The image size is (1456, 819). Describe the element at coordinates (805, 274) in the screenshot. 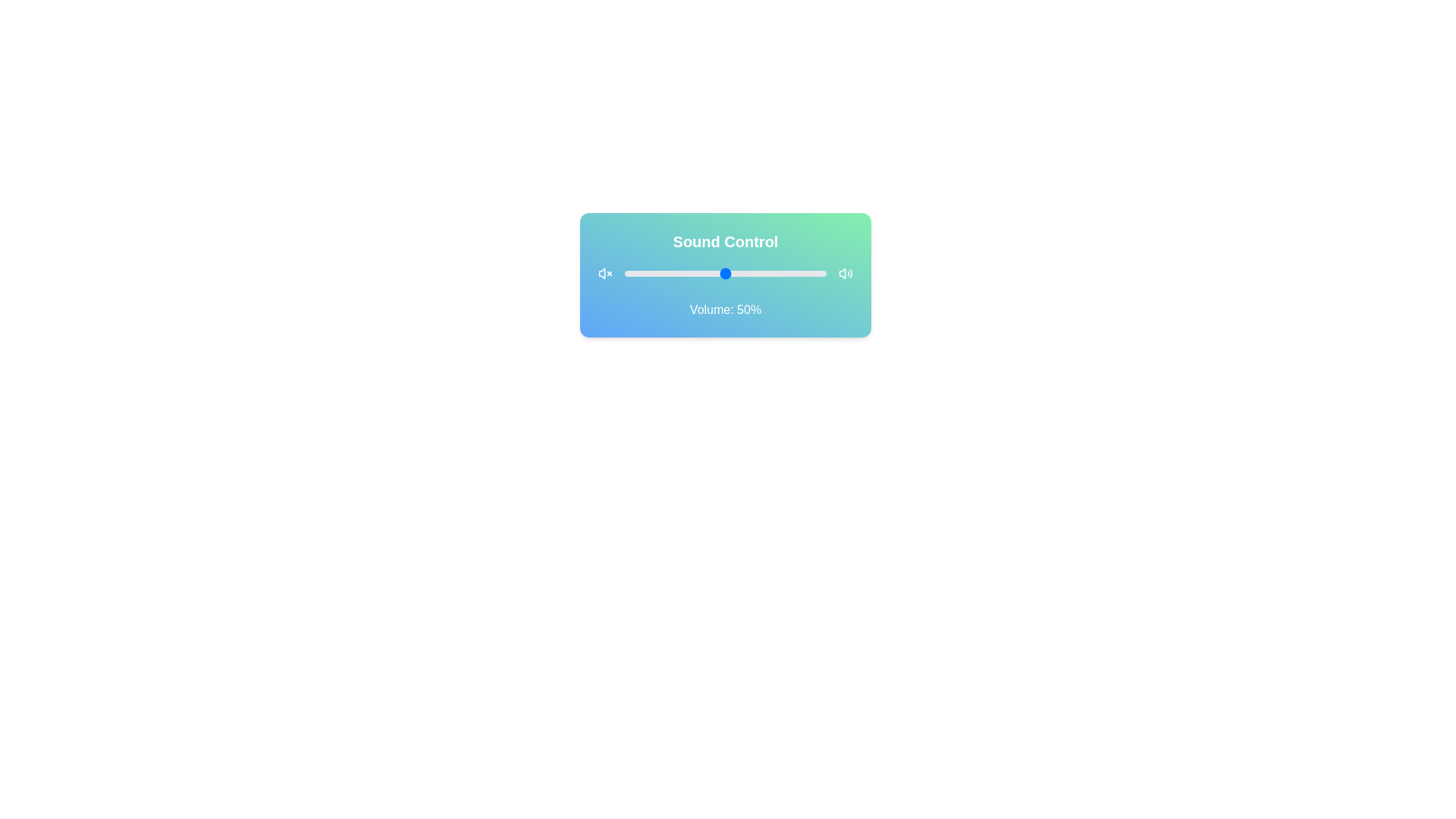

I see `the volume` at that location.